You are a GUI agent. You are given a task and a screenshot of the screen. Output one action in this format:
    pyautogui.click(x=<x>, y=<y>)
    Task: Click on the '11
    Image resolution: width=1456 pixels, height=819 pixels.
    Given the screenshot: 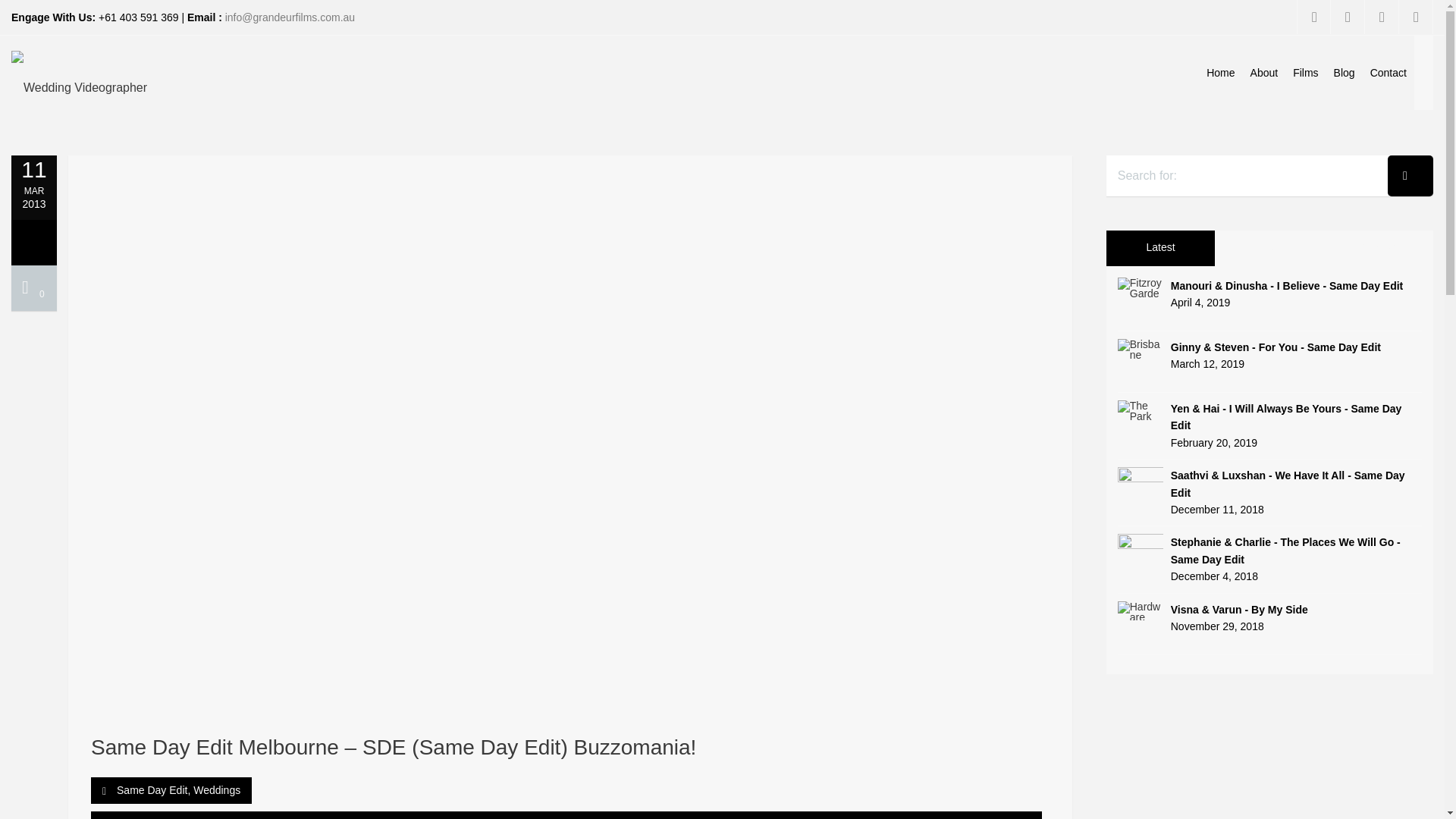 What is the action you would take?
    pyautogui.click(x=11, y=181)
    